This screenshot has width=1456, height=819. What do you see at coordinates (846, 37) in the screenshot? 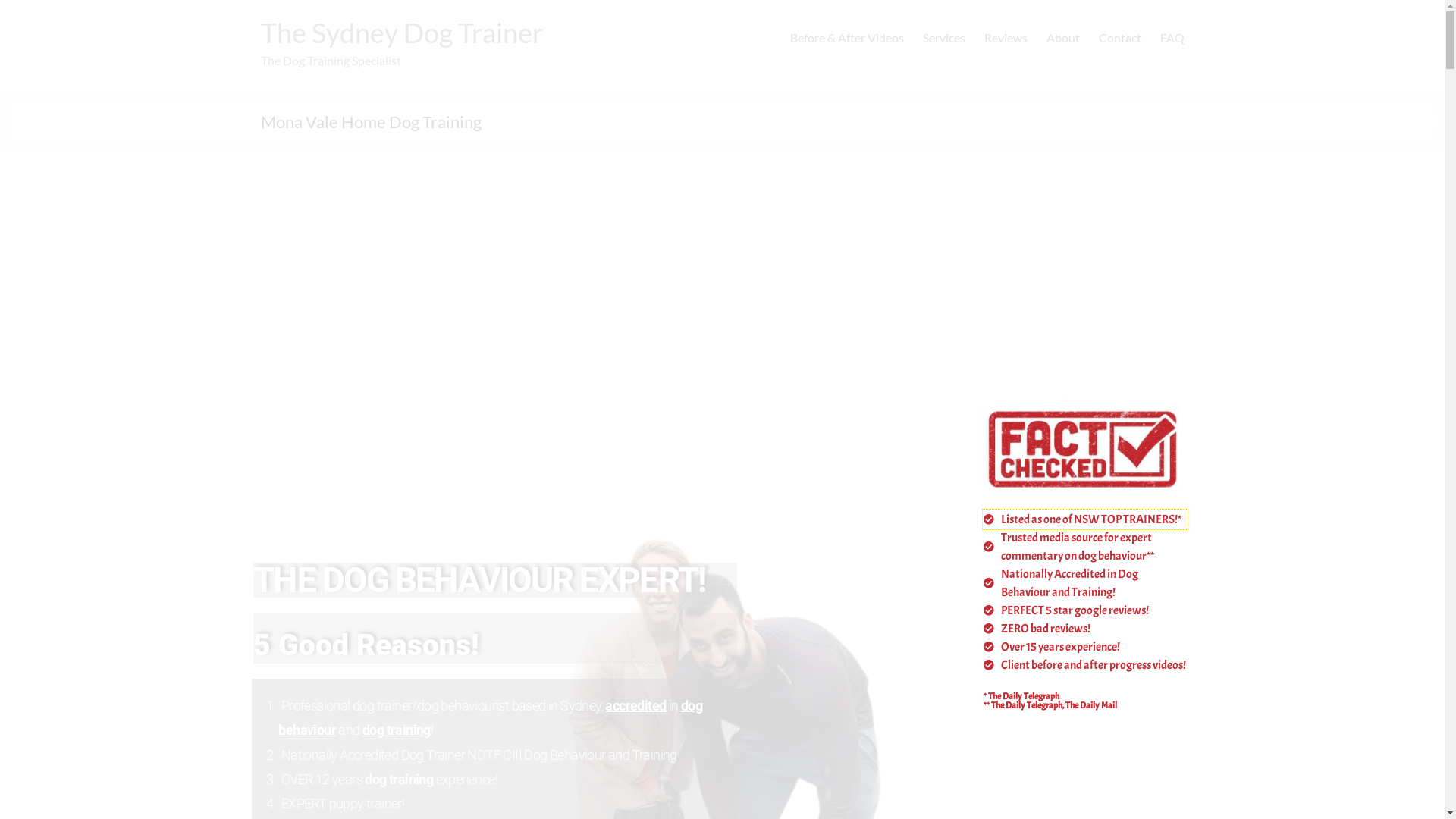
I see `'Before & After Videos'` at bounding box center [846, 37].